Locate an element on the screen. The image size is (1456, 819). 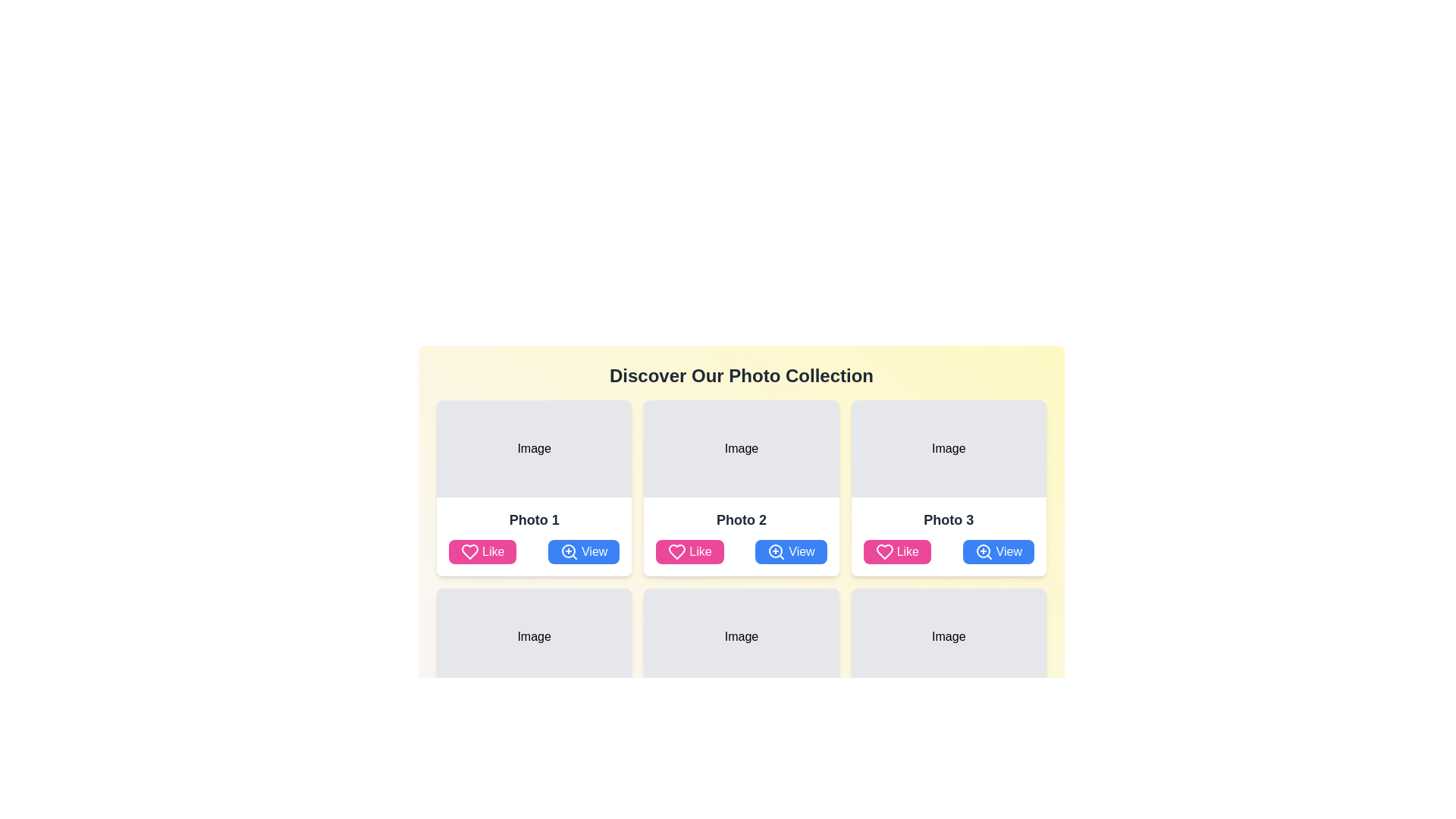
the 'Like' icon located inside the pink 'Like' button, which is positioned in the second column of the top row under the 'Discover Our Photo Collection' heading is located at coordinates (469, 552).